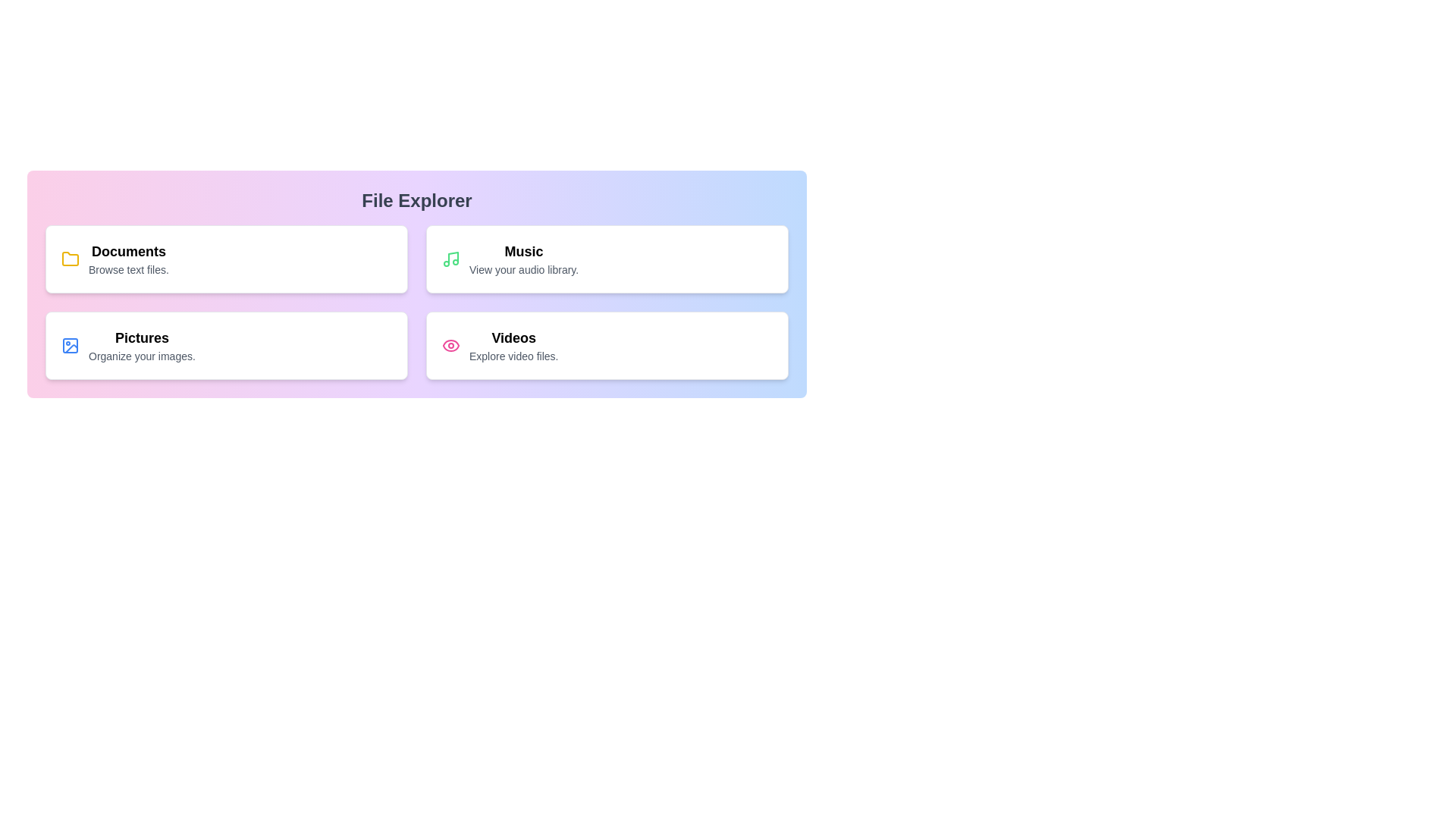 The image size is (1456, 819). What do you see at coordinates (69, 345) in the screenshot?
I see `the icon representing Pictures for better visibility` at bounding box center [69, 345].